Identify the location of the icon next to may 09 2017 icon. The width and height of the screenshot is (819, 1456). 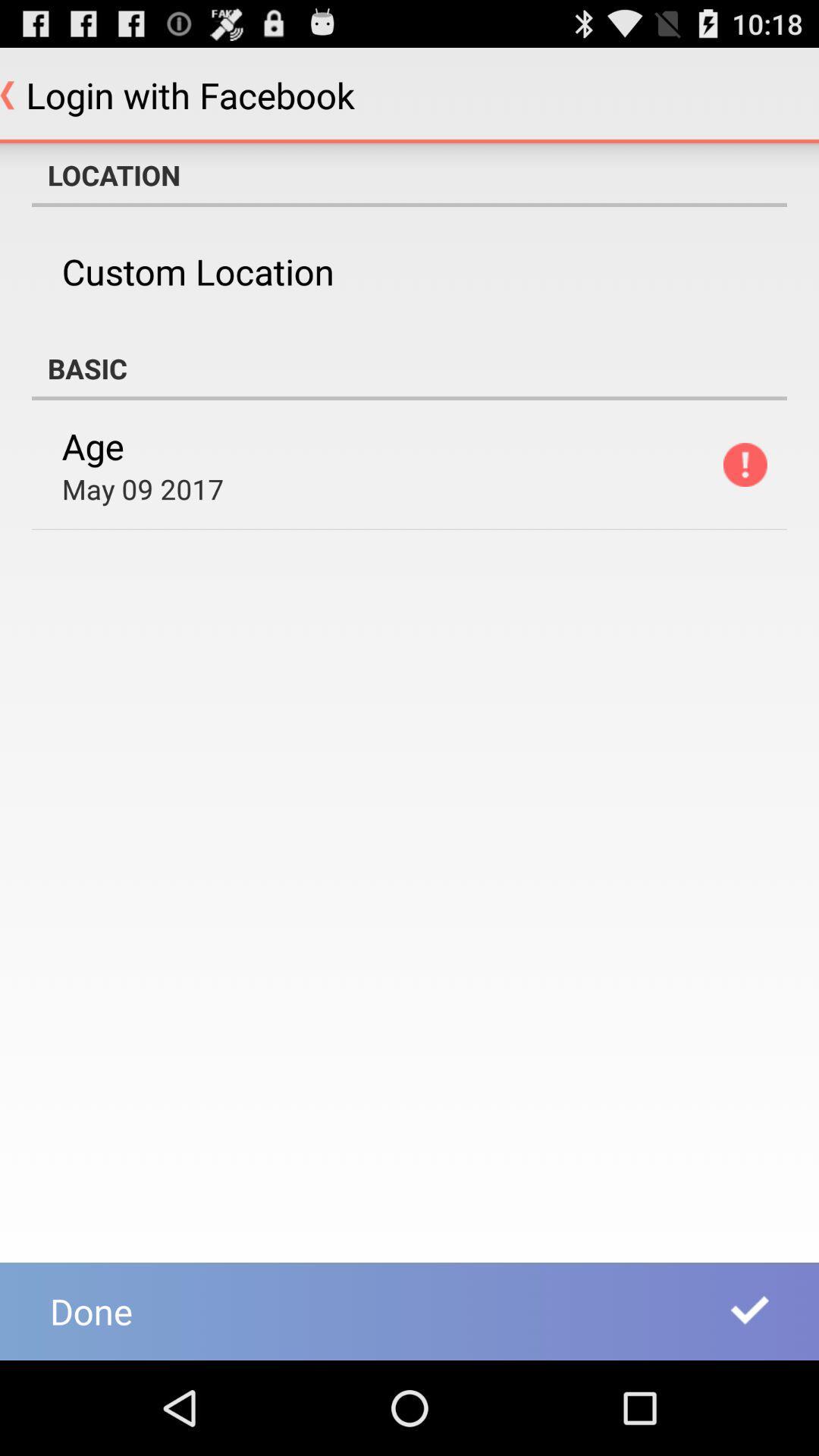
(744, 464).